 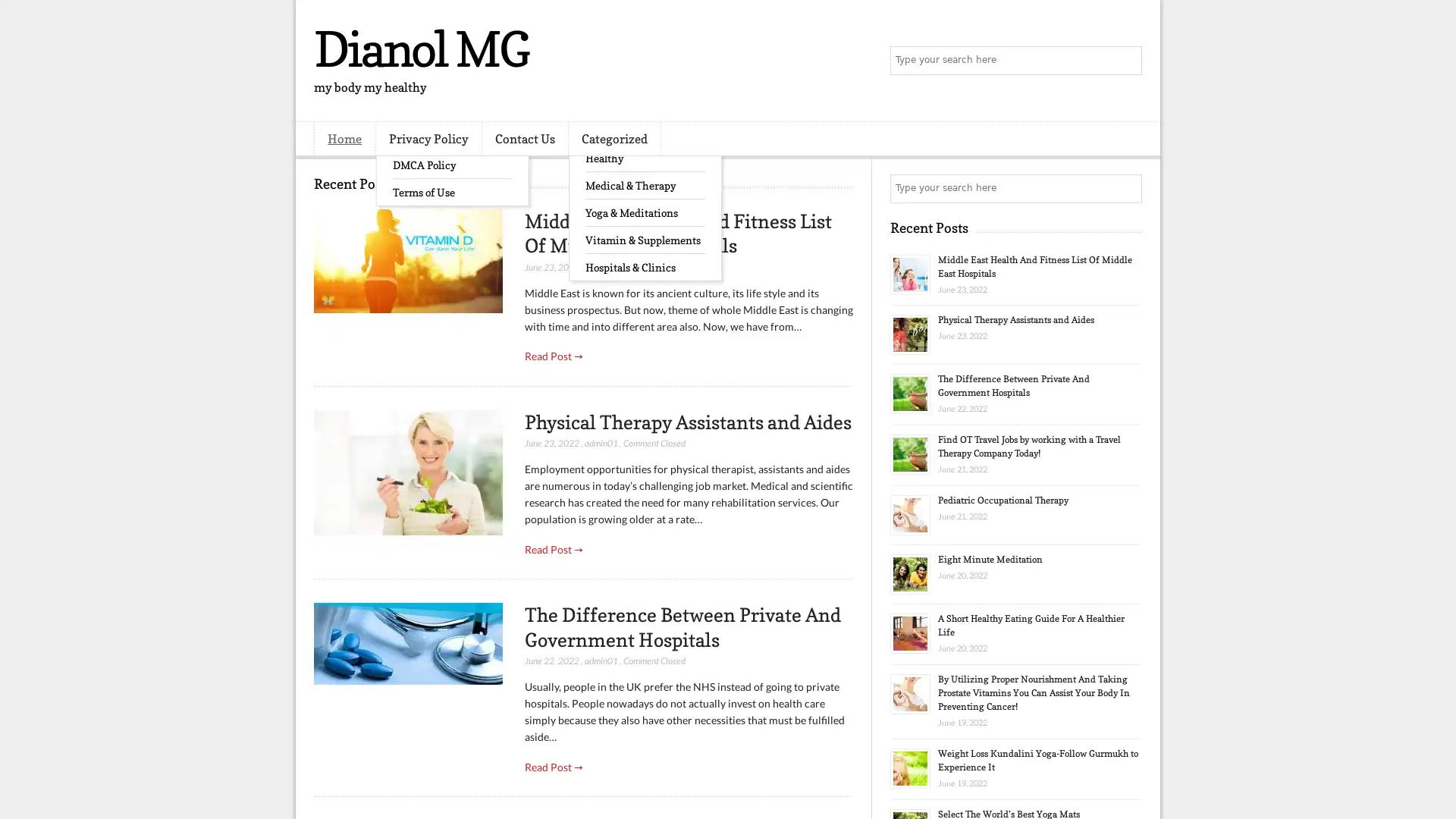 I want to click on Search, so click(x=1126, y=188).